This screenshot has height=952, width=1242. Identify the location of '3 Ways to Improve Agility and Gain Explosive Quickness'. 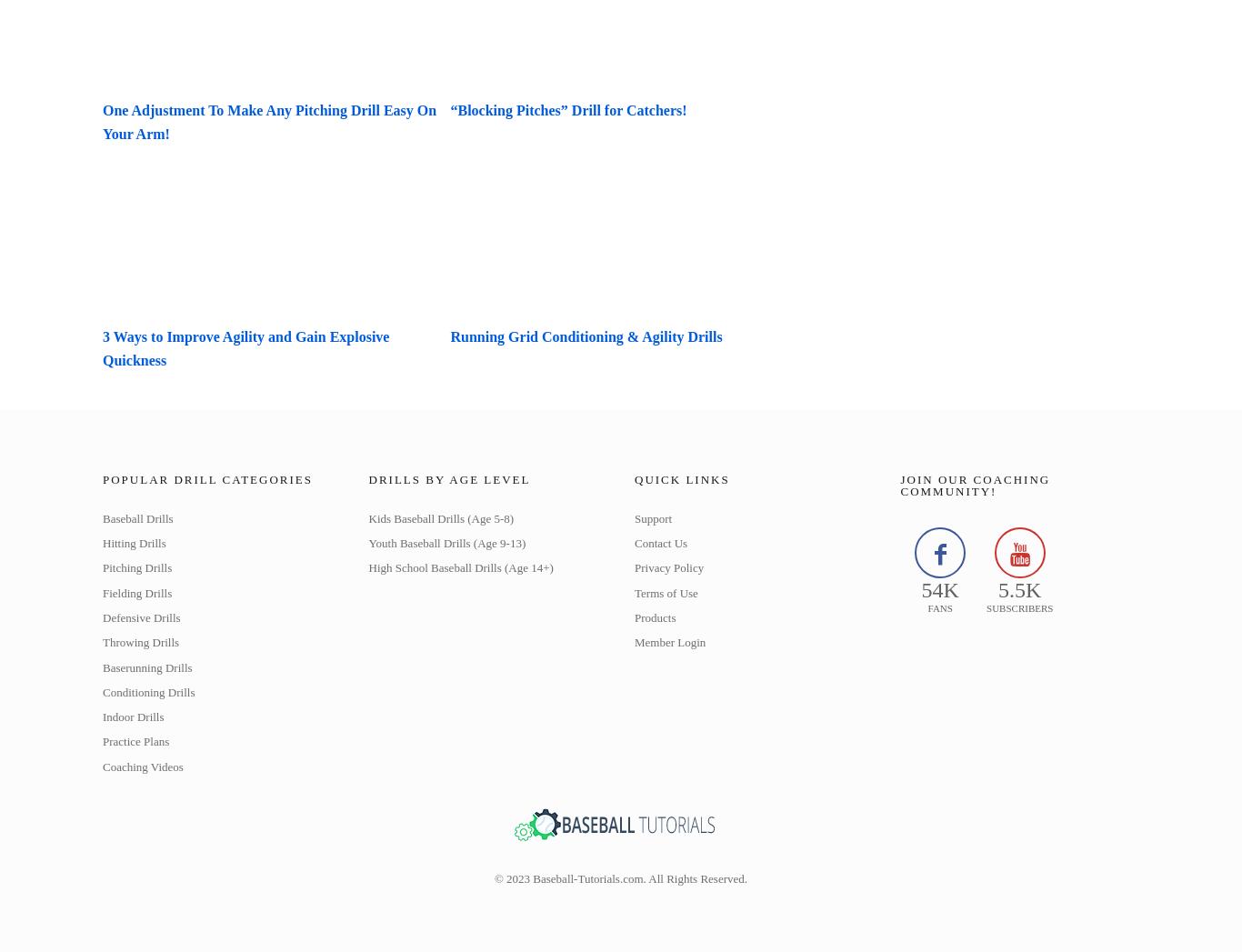
(102, 346).